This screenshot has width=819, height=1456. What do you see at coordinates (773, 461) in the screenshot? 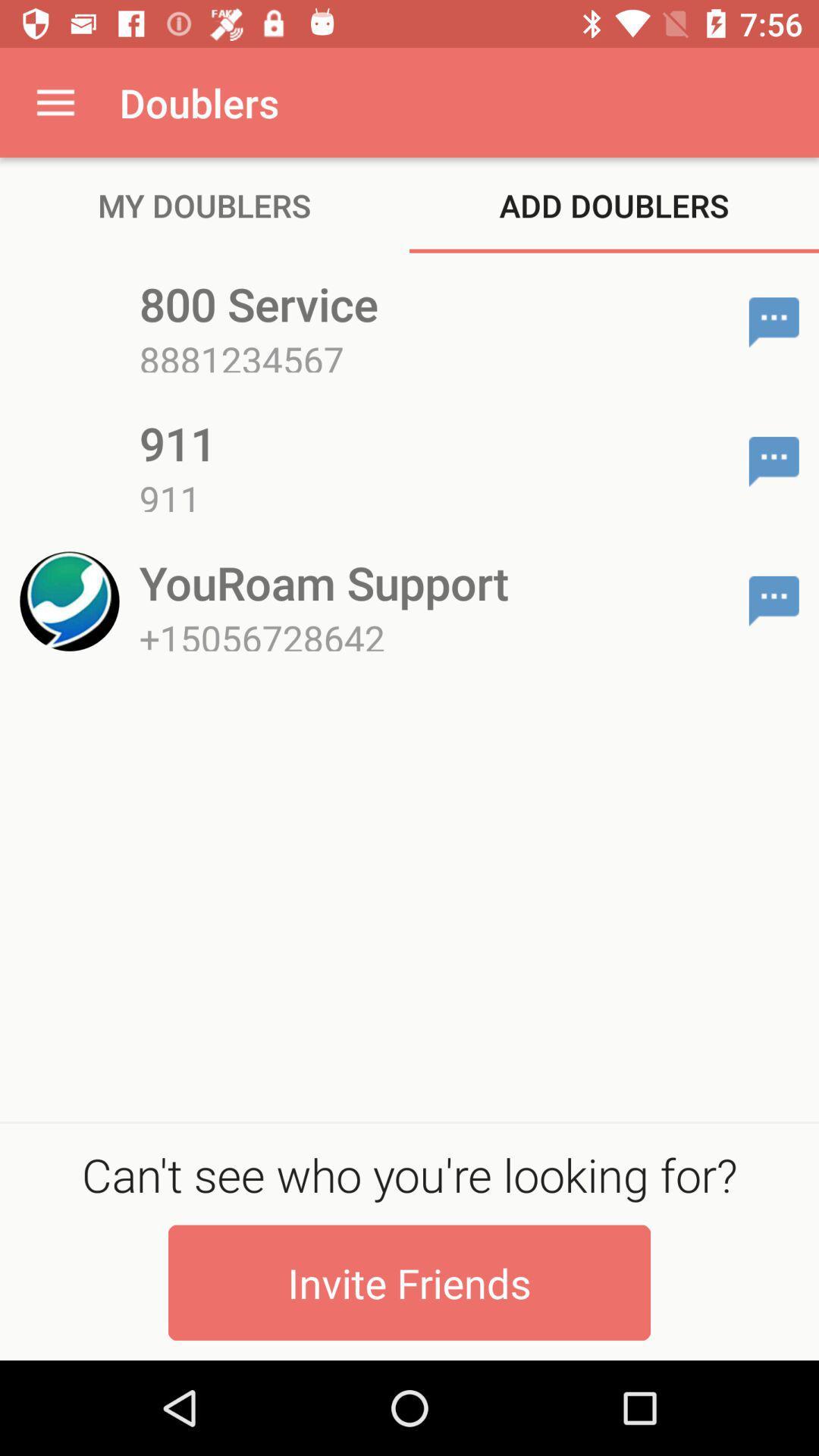
I see `chat with contact` at bounding box center [773, 461].